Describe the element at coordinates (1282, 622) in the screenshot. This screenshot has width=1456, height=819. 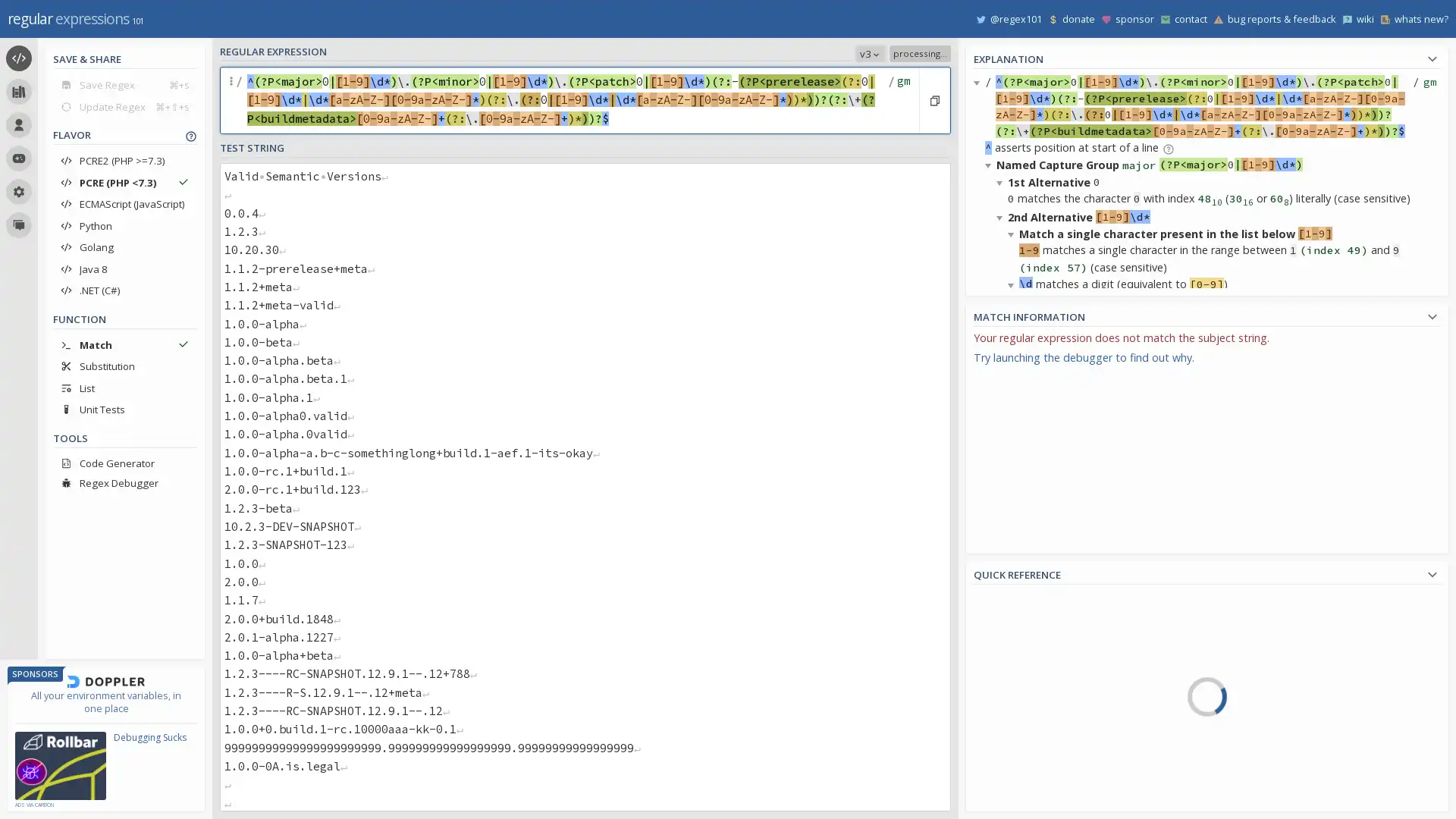
I see `A character except: a, b or c [^abc]` at that location.